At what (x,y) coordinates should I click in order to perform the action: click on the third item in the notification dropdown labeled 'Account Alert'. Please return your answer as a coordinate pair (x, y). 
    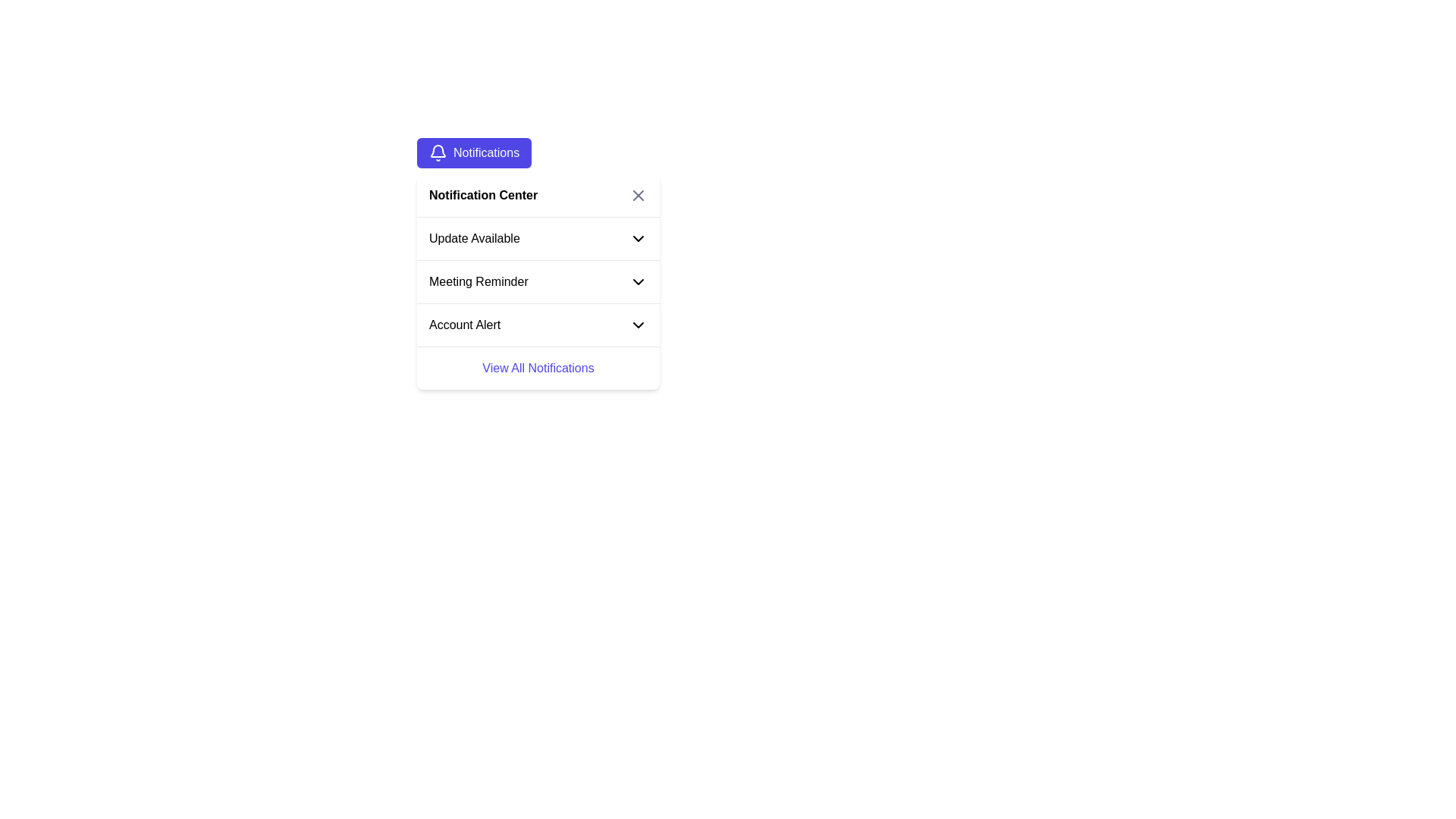
    Looking at the image, I should click on (538, 324).